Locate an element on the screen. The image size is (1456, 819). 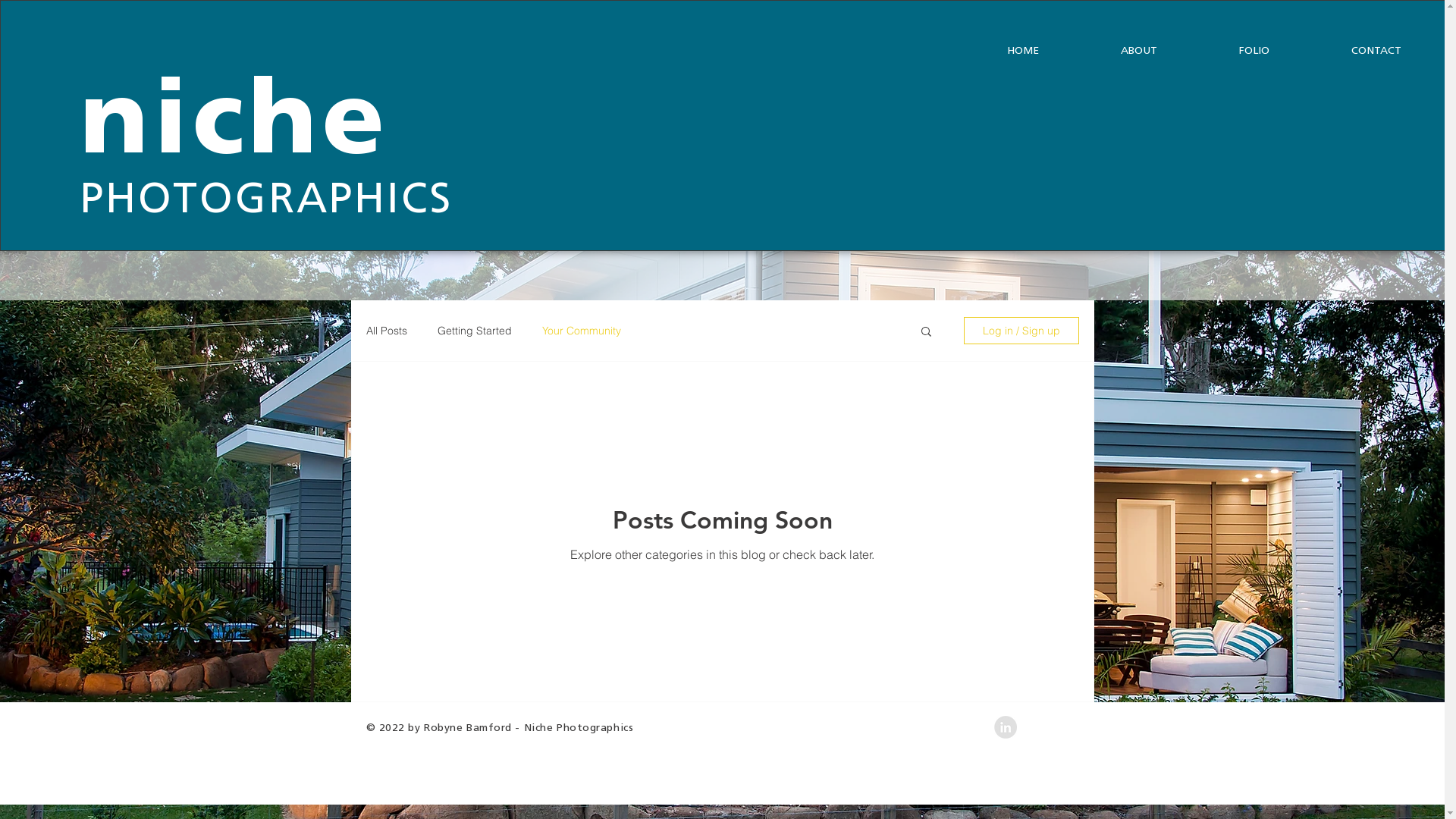
'All Posts' is located at coordinates (385, 329).